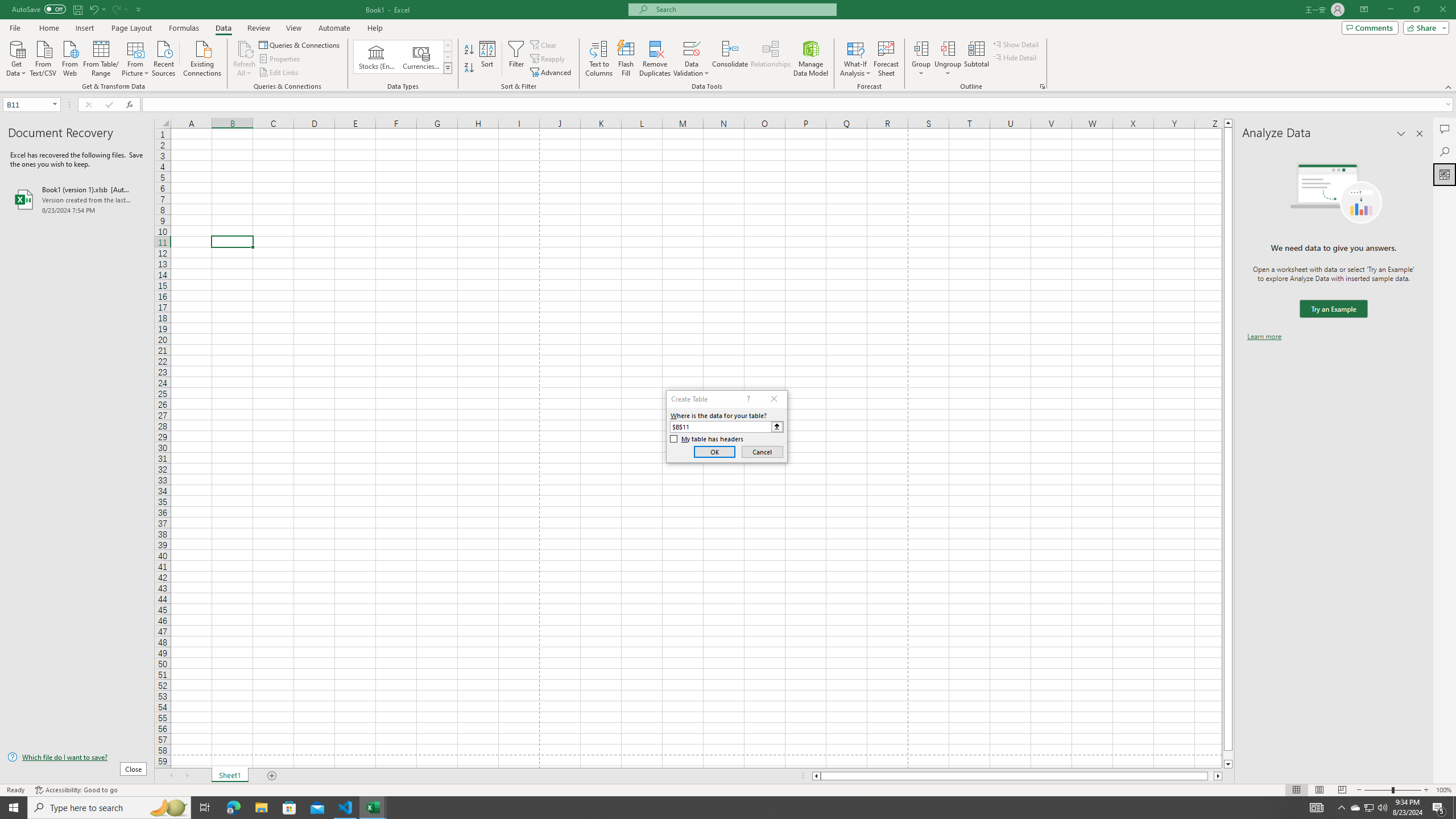  What do you see at coordinates (420, 56) in the screenshot?
I see `'Currencies (English)'` at bounding box center [420, 56].